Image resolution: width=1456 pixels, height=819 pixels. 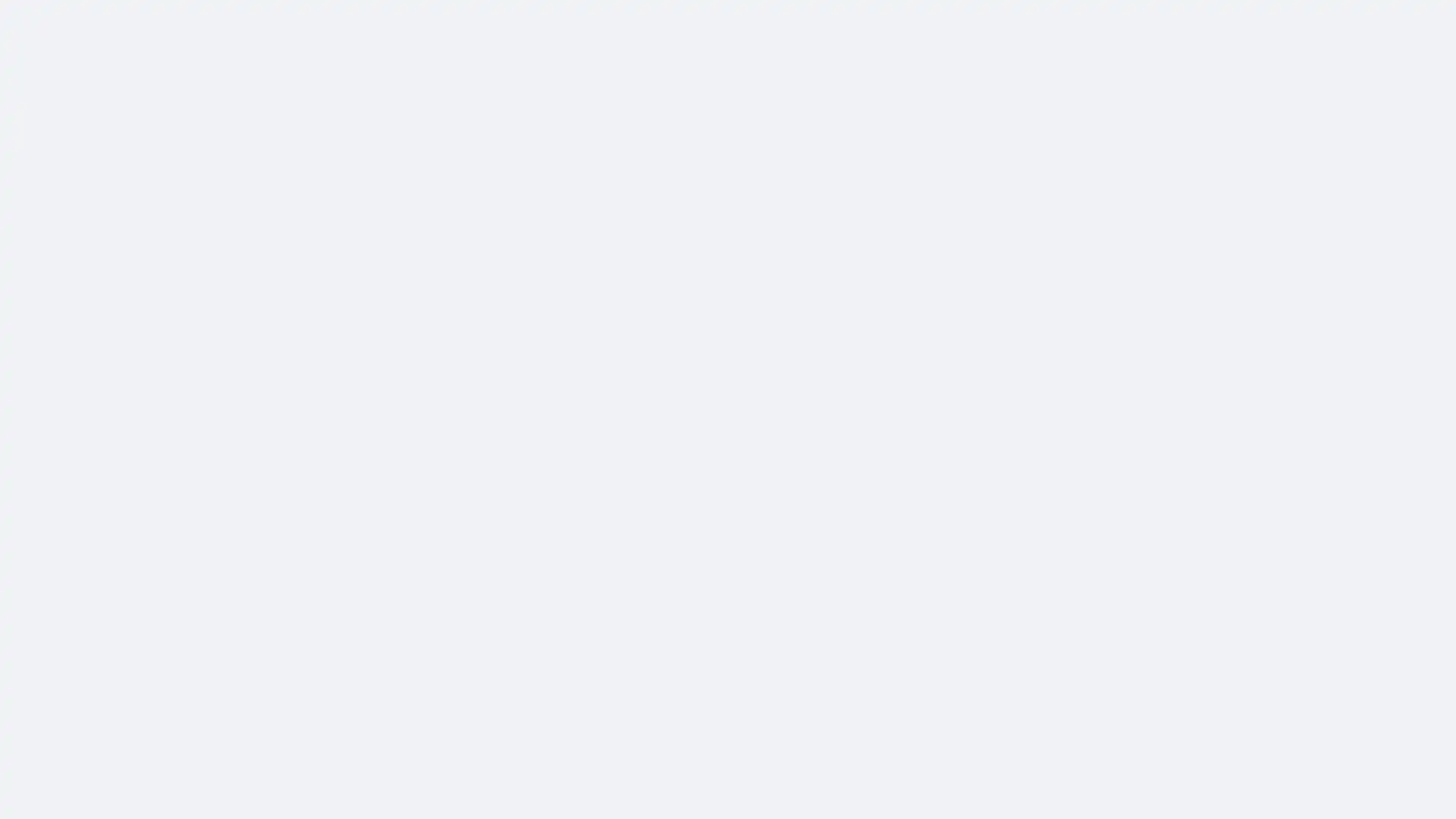 I want to click on Like: 2 people, so click(x=701, y=366).